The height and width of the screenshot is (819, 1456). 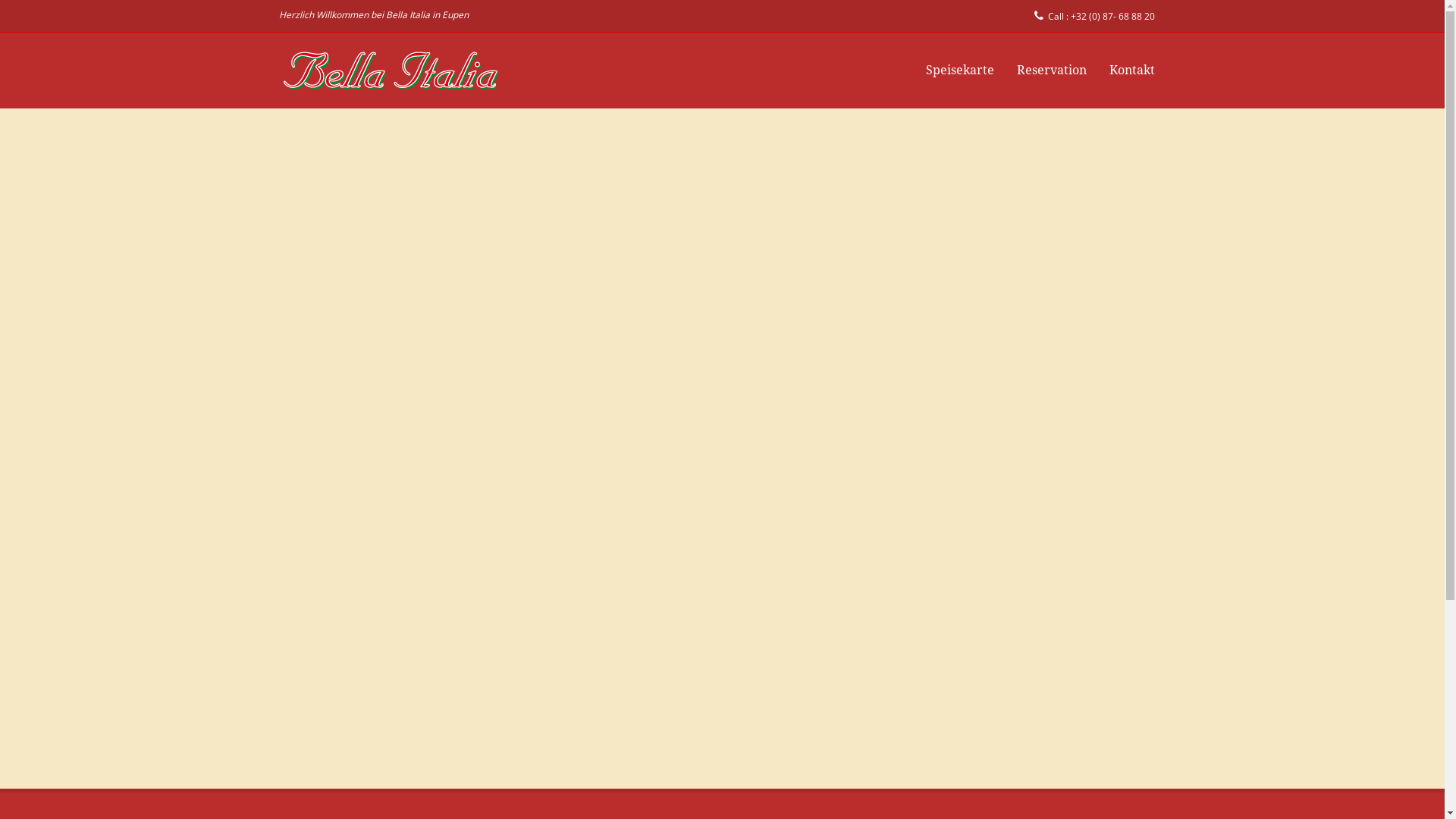 What do you see at coordinates (1051, 69) in the screenshot?
I see `'Reservation'` at bounding box center [1051, 69].